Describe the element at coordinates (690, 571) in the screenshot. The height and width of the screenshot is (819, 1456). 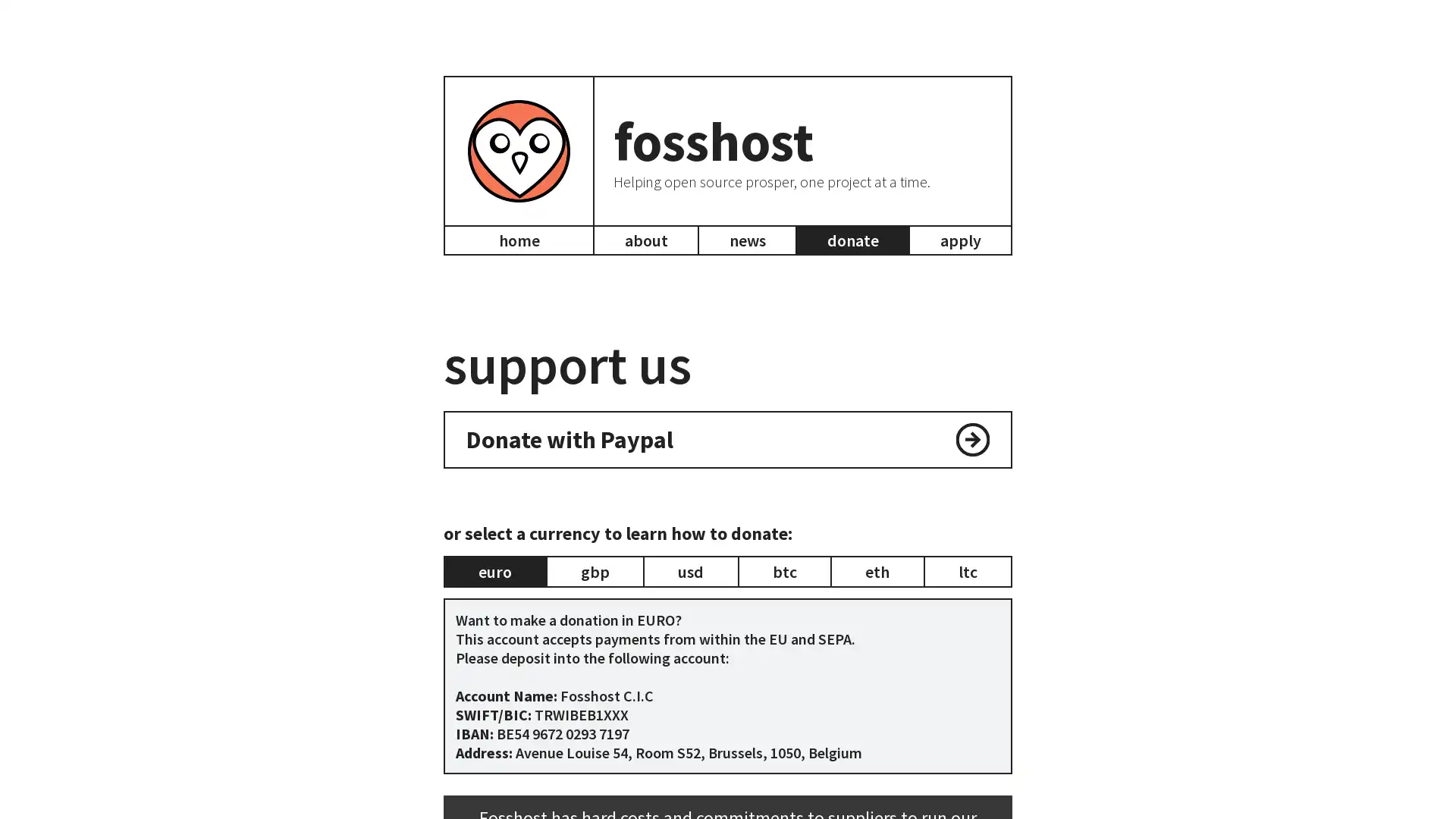
I see `usd` at that location.